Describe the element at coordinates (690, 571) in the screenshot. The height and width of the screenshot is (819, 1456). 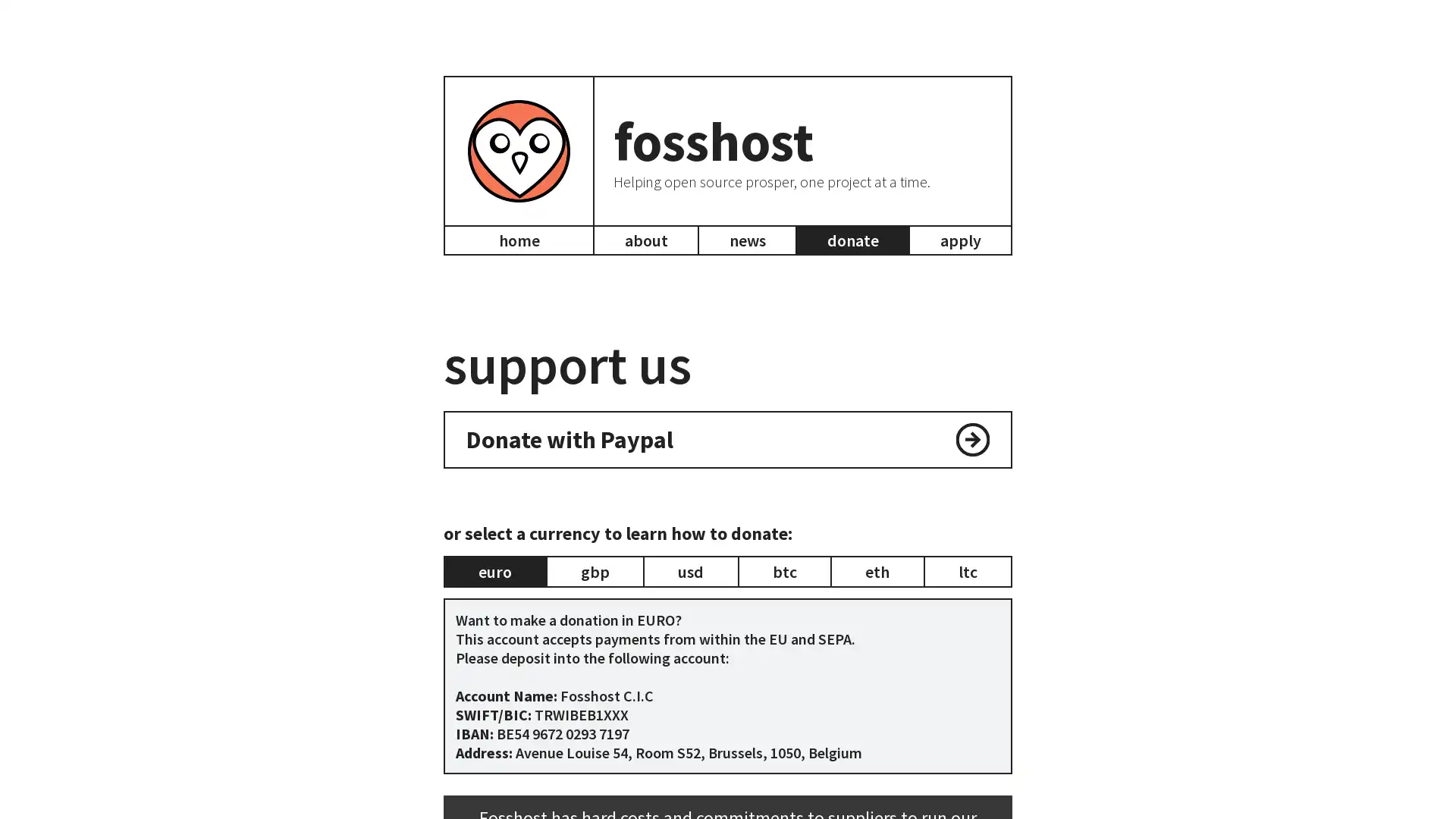
I see `usd` at that location.